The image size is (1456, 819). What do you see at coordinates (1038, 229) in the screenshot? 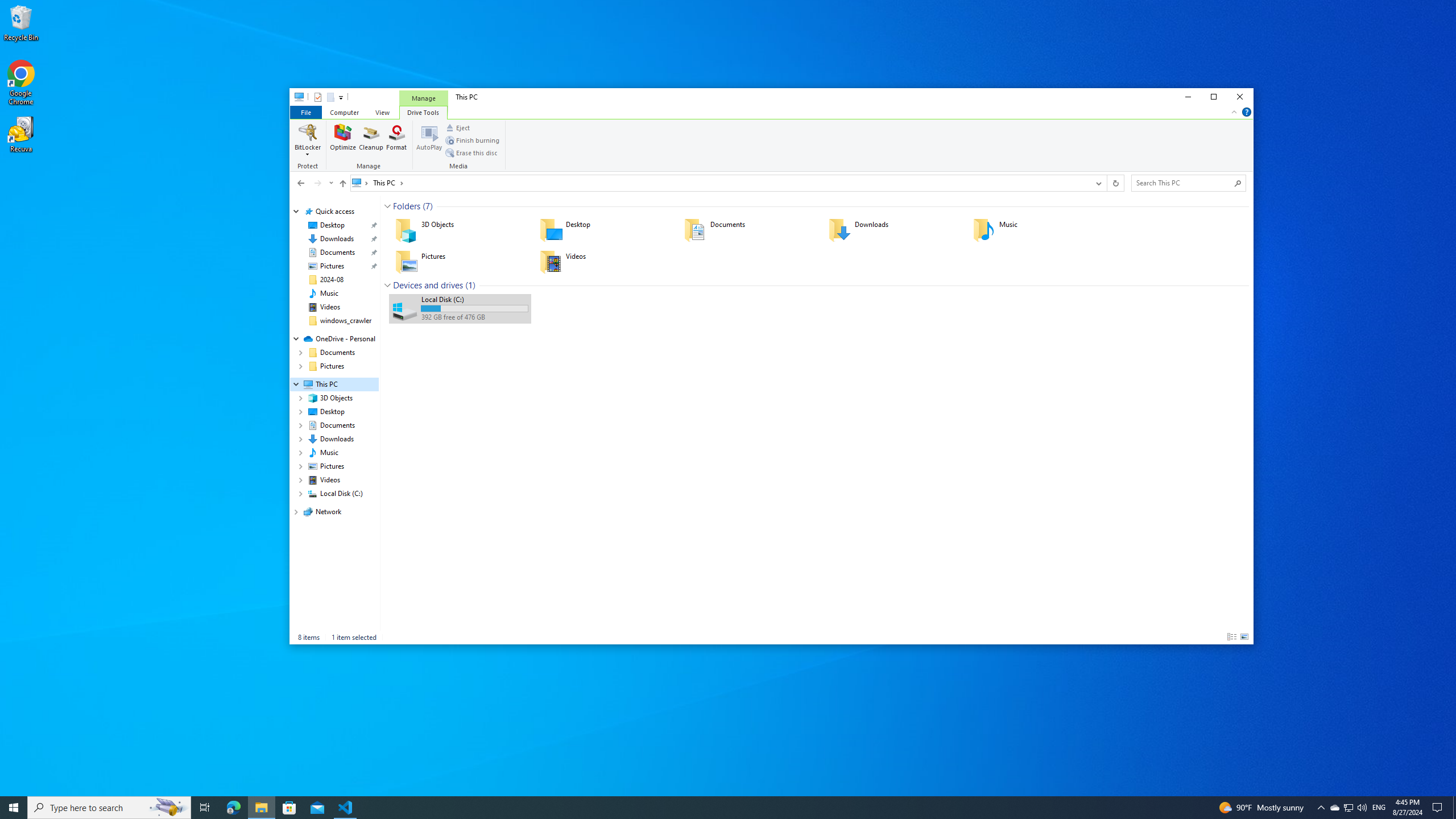
I see `'Music'` at bounding box center [1038, 229].